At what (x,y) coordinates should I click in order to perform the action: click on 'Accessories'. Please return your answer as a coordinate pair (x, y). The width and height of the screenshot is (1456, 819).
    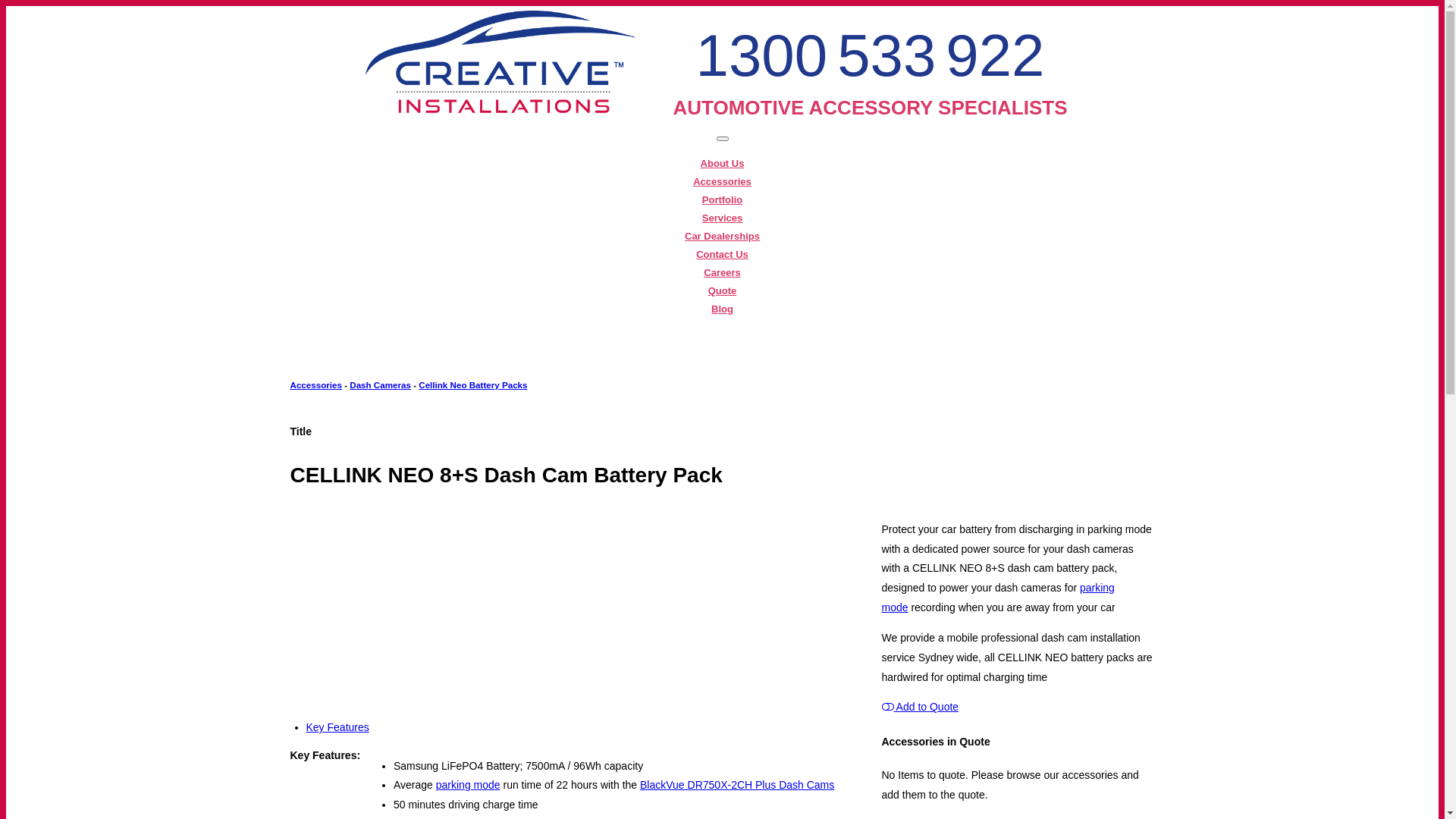
    Looking at the image, I should click on (290, 384).